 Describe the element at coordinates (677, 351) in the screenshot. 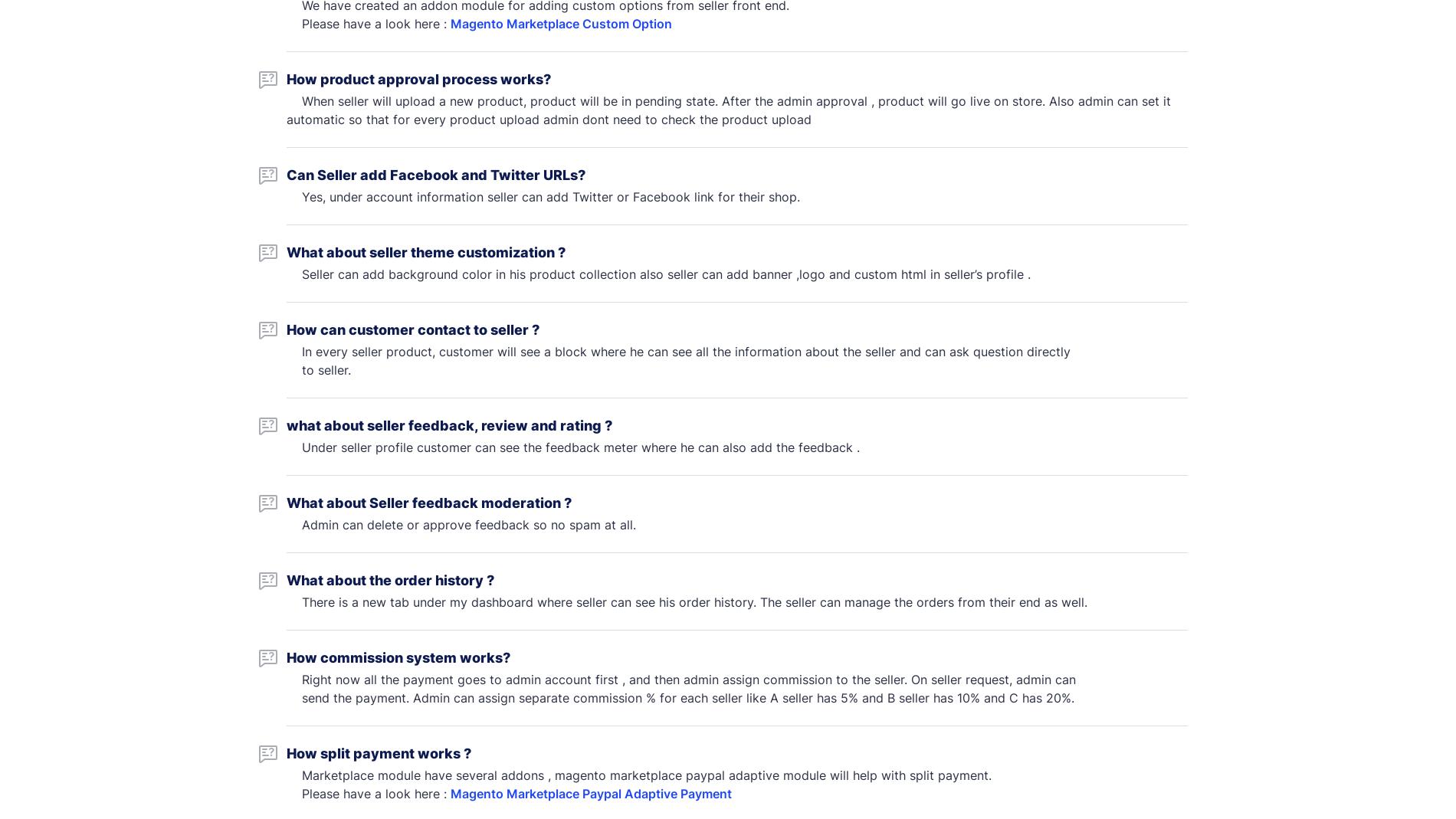

I see `'In every seller product, customer will see a block where he can see all the information about the seller and can ask question directly'` at that location.